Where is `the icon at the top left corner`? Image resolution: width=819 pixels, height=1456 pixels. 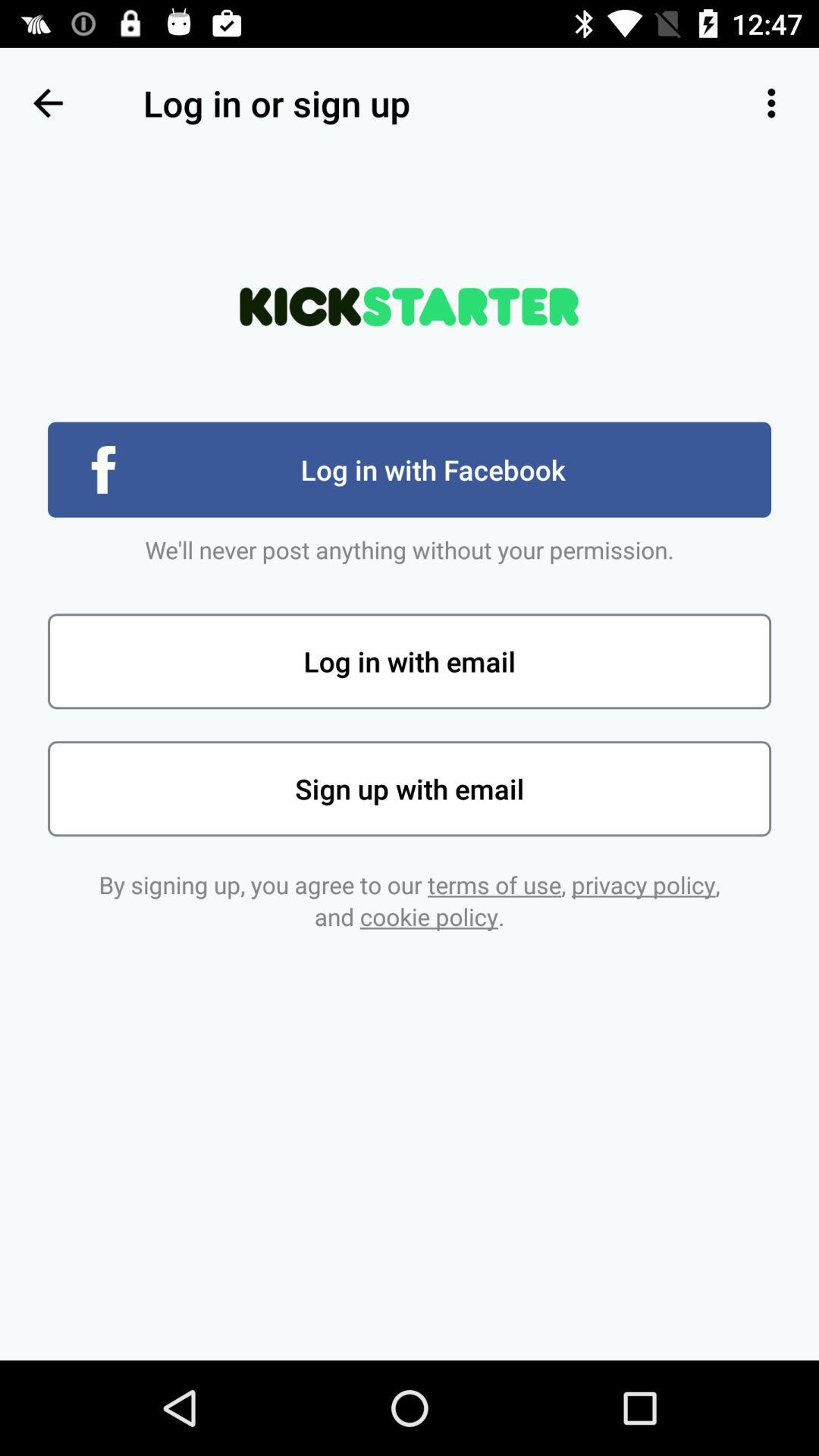 the icon at the top left corner is located at coordinates (46, 102).